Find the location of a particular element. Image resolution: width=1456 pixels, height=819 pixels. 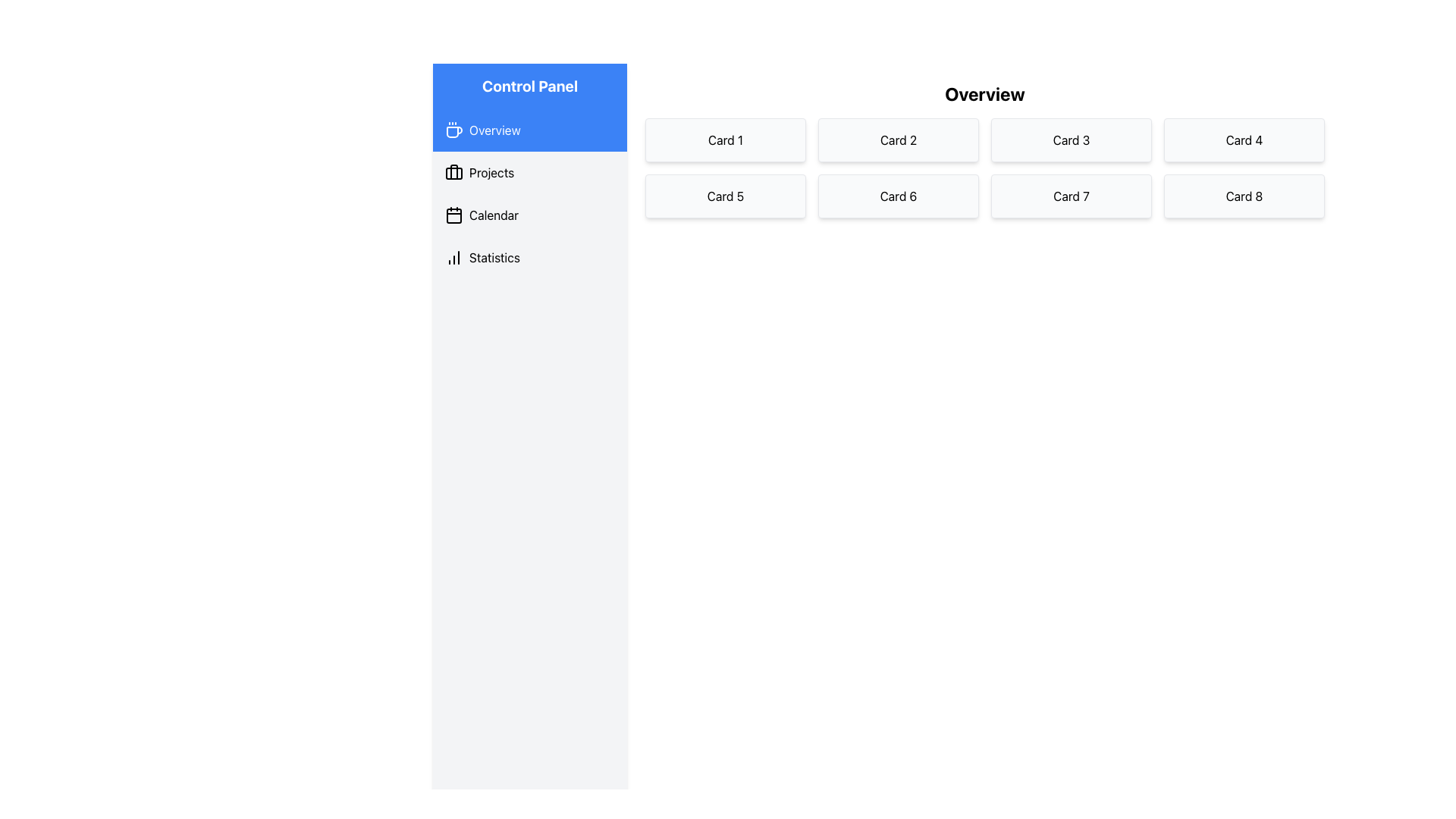

the card labeled 'Card 2' which has a rounded border and a light gray background, positioned in the second column of the grid layout is located at coordinates (899, 140).